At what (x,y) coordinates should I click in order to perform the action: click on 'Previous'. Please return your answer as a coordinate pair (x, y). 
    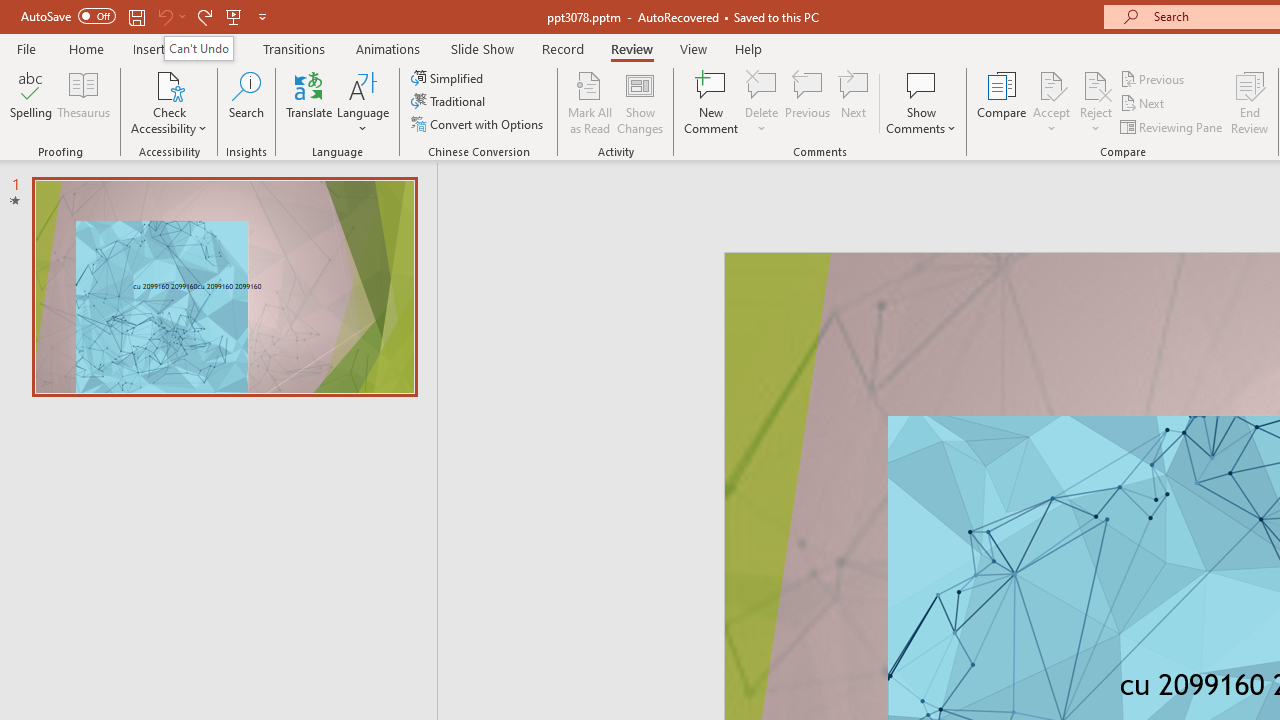
    Looking at the image, I should click on (1153, 78).